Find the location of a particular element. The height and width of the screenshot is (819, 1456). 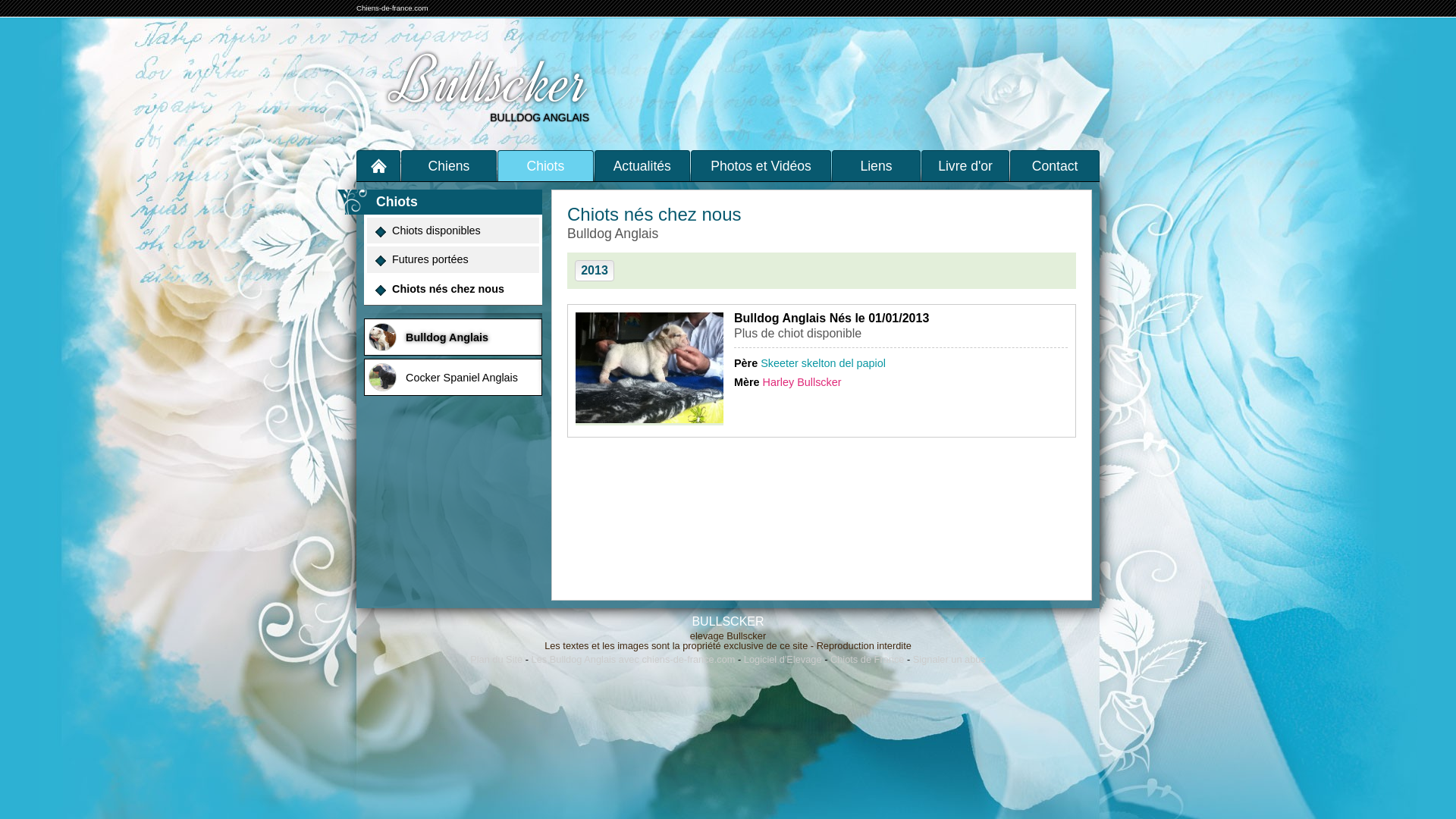

'Cocker Spaniel Anglais' is located at coordinates (452, 376).